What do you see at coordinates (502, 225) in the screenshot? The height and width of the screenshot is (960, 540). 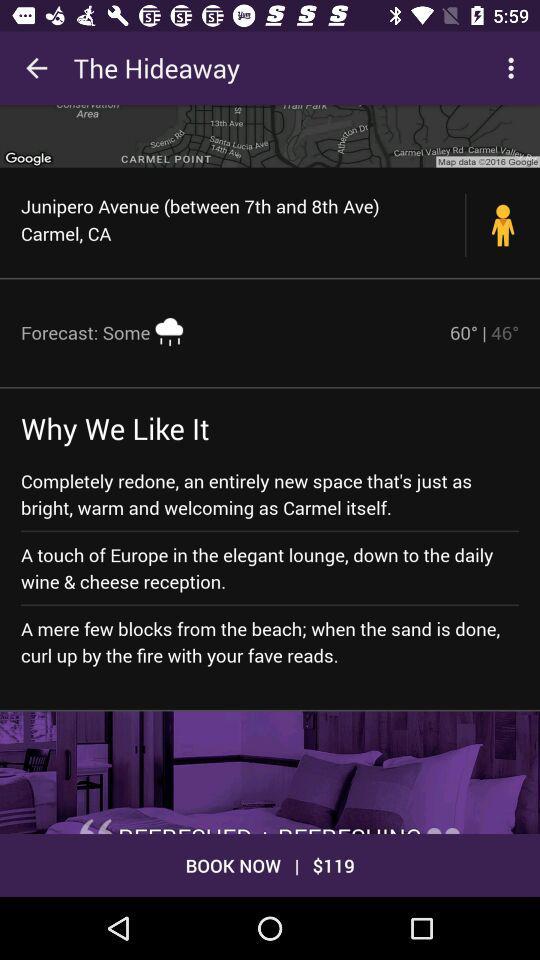 I see `item next to the junipero avenue between icon` at bounding box center [502, 225].